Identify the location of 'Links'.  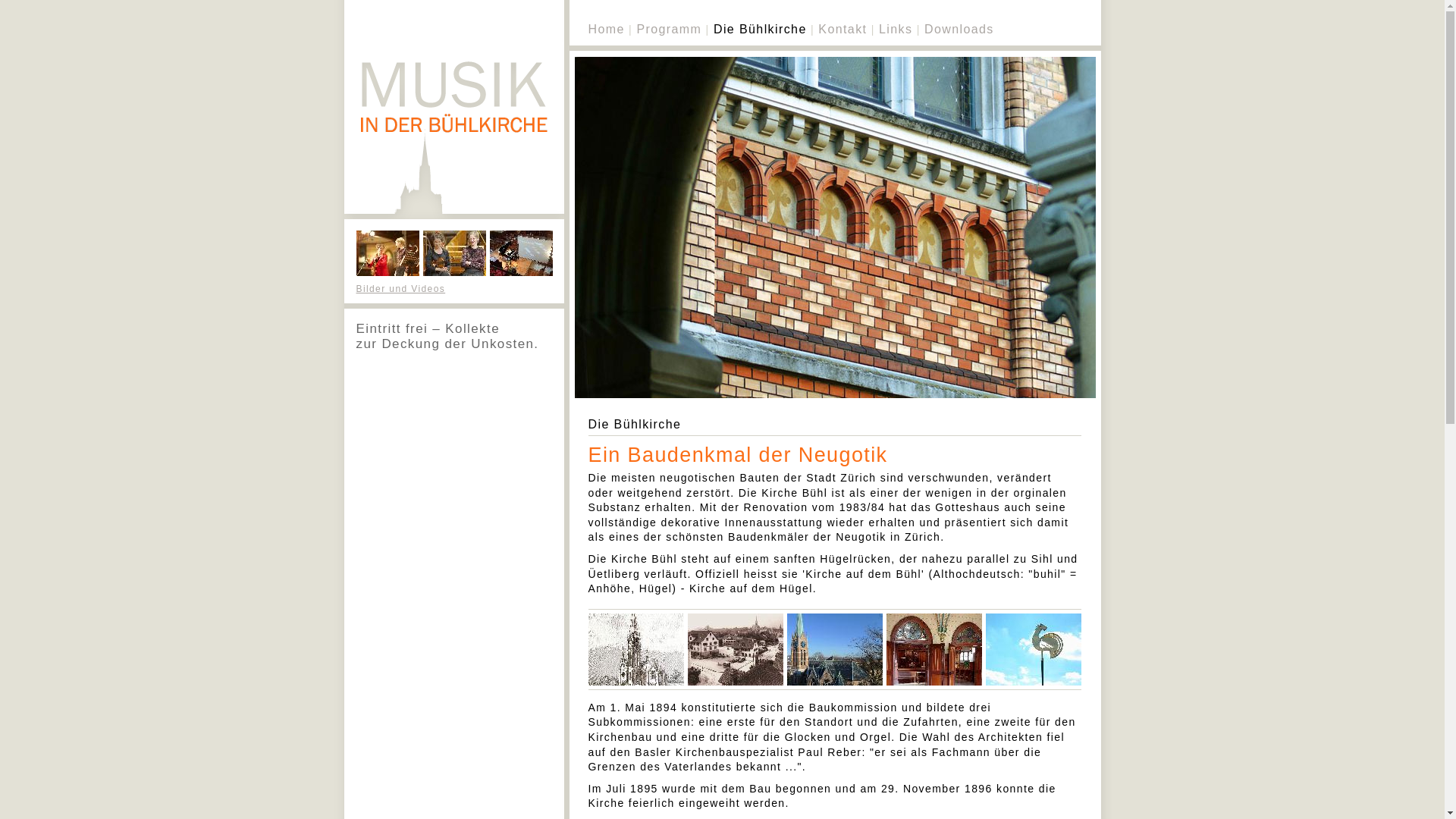
(895, 29).